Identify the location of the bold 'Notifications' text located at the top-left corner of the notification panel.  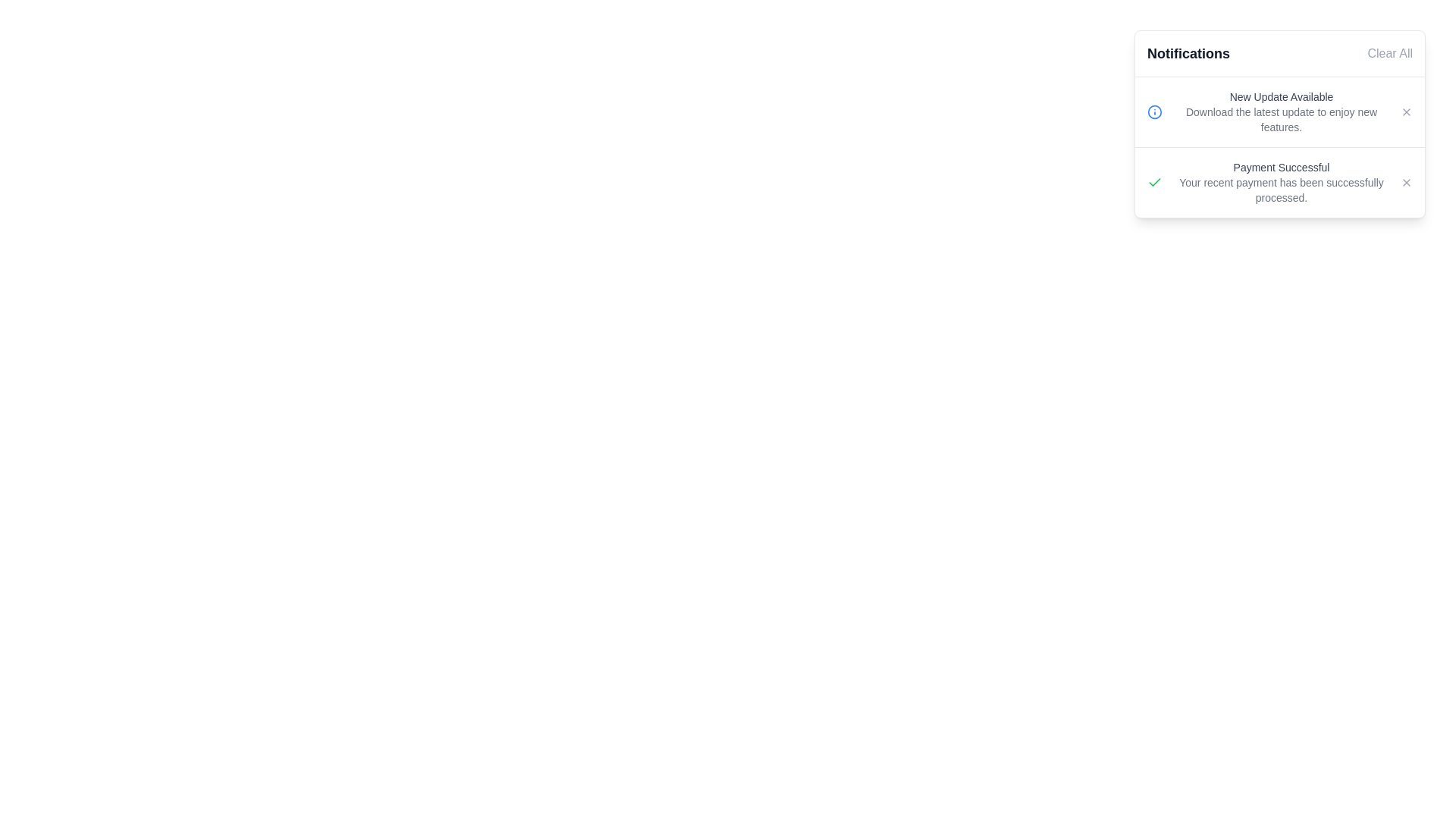
(1188, 52).